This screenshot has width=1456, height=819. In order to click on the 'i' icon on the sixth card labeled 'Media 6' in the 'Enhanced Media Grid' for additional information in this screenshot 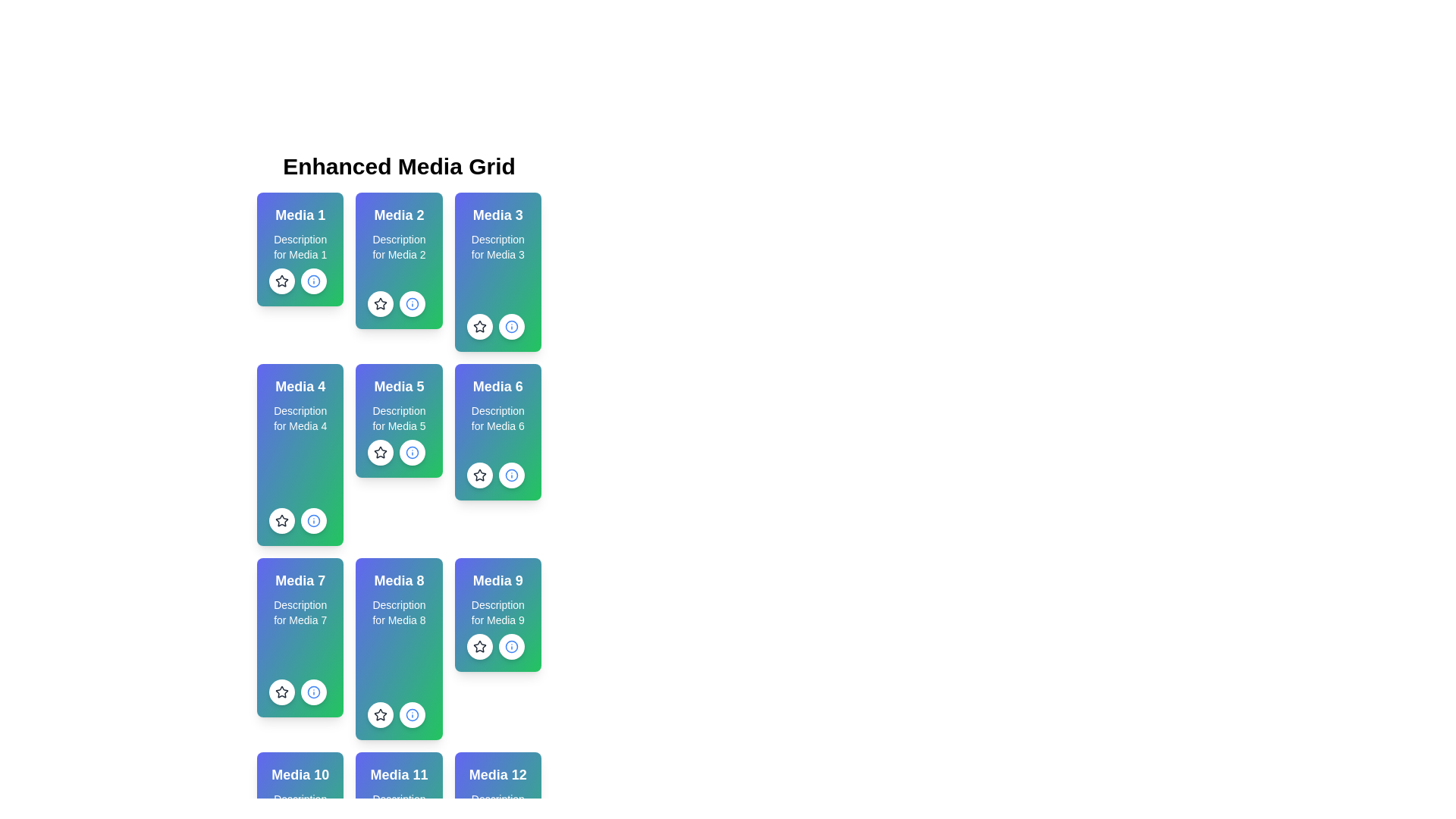, I will do `click(497, 432)`.